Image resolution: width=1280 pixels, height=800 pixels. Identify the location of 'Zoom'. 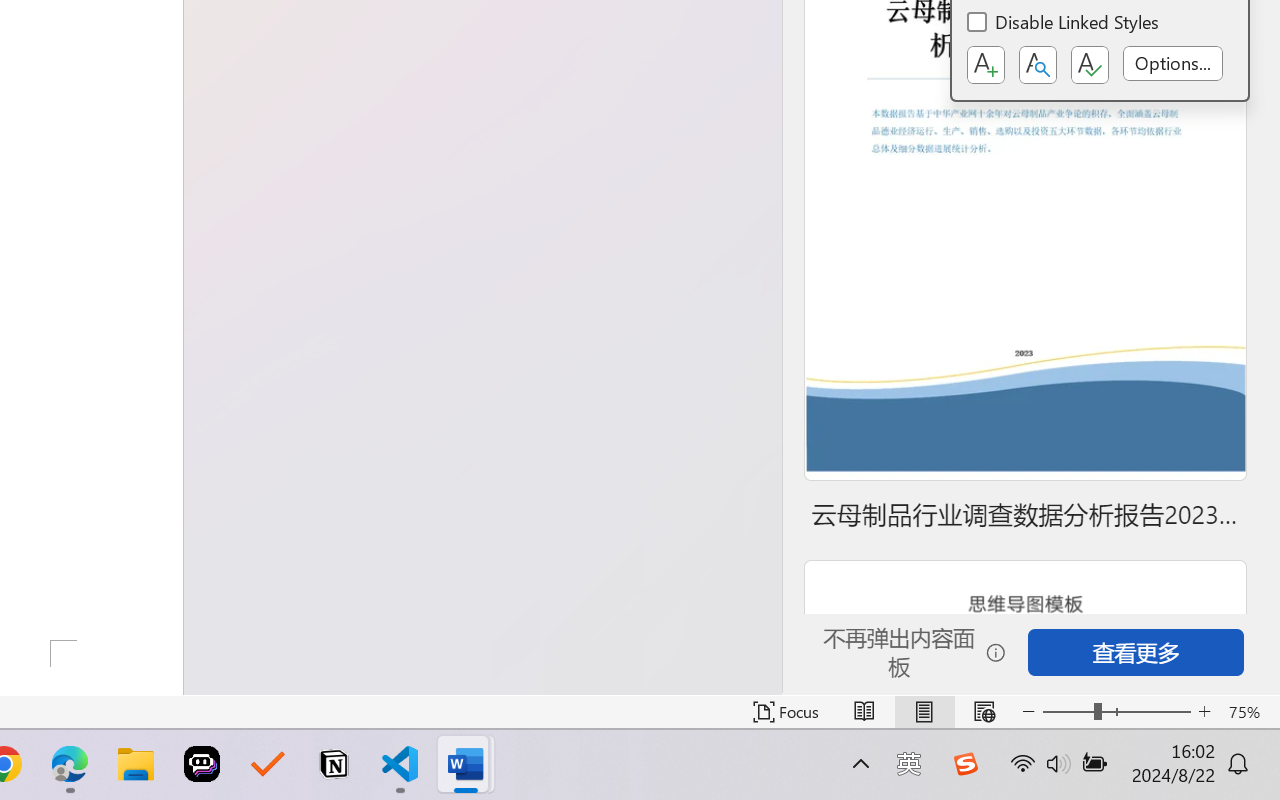
(1115, 711).